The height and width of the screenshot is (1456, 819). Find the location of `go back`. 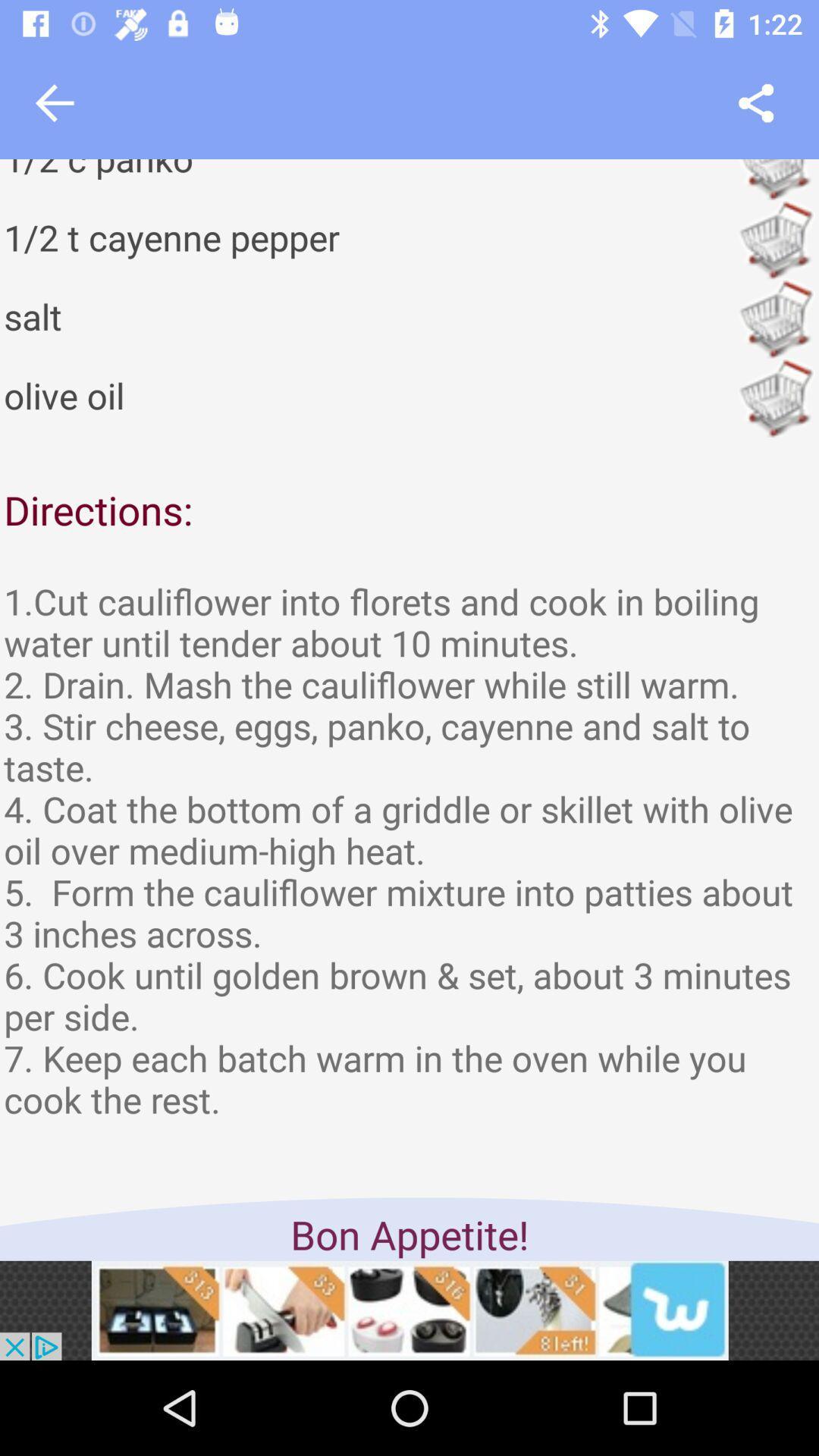

go back is located at coordinates (54, 102).